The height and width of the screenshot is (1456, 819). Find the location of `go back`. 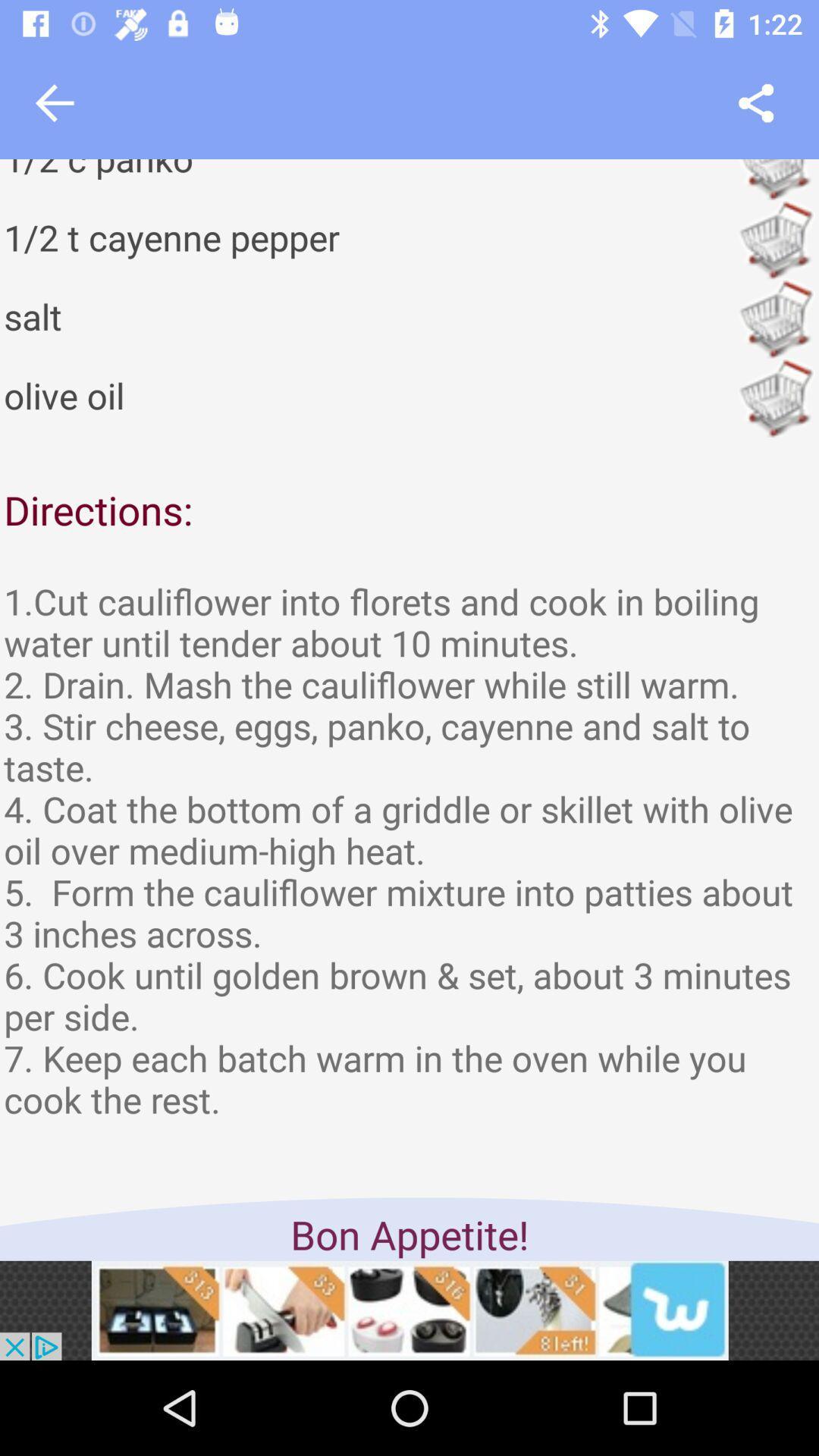

go back is located at coordinates (54, 102).